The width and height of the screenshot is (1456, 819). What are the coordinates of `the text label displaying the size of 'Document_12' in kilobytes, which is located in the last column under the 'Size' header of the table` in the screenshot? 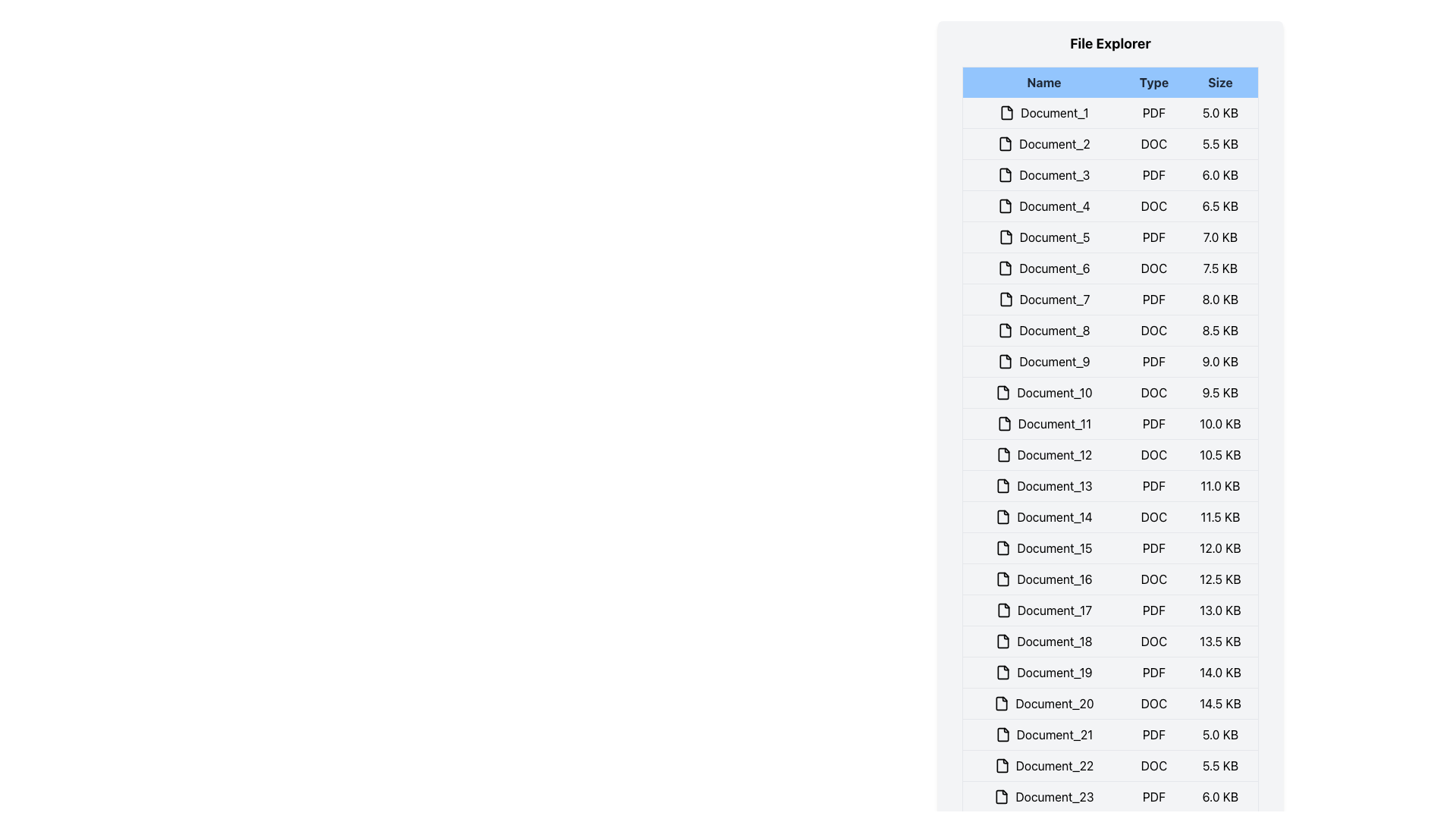 It's located at (1220, 454).